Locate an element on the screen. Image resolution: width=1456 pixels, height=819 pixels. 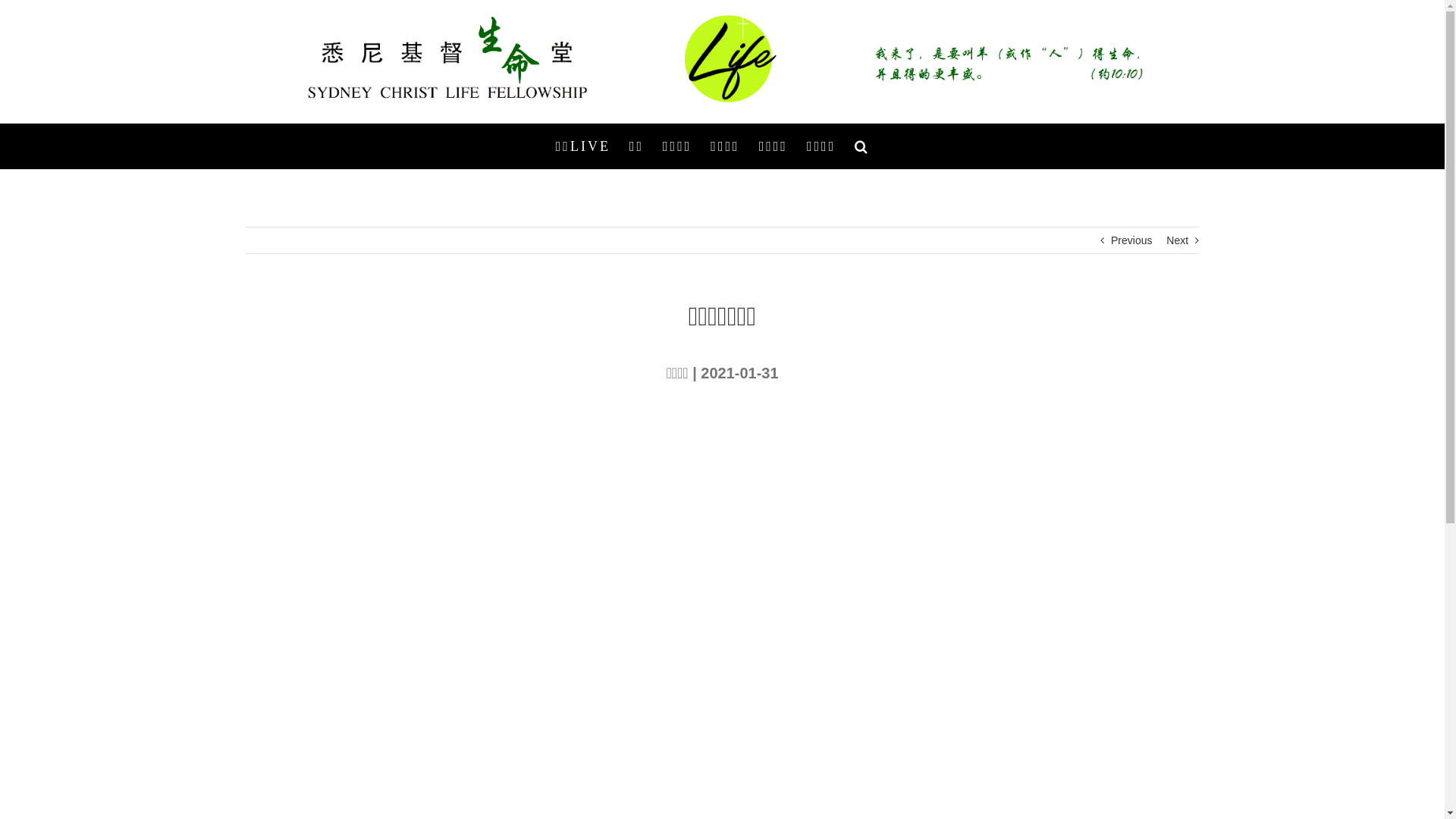
'Next' is located at coordinates (1165, 239).